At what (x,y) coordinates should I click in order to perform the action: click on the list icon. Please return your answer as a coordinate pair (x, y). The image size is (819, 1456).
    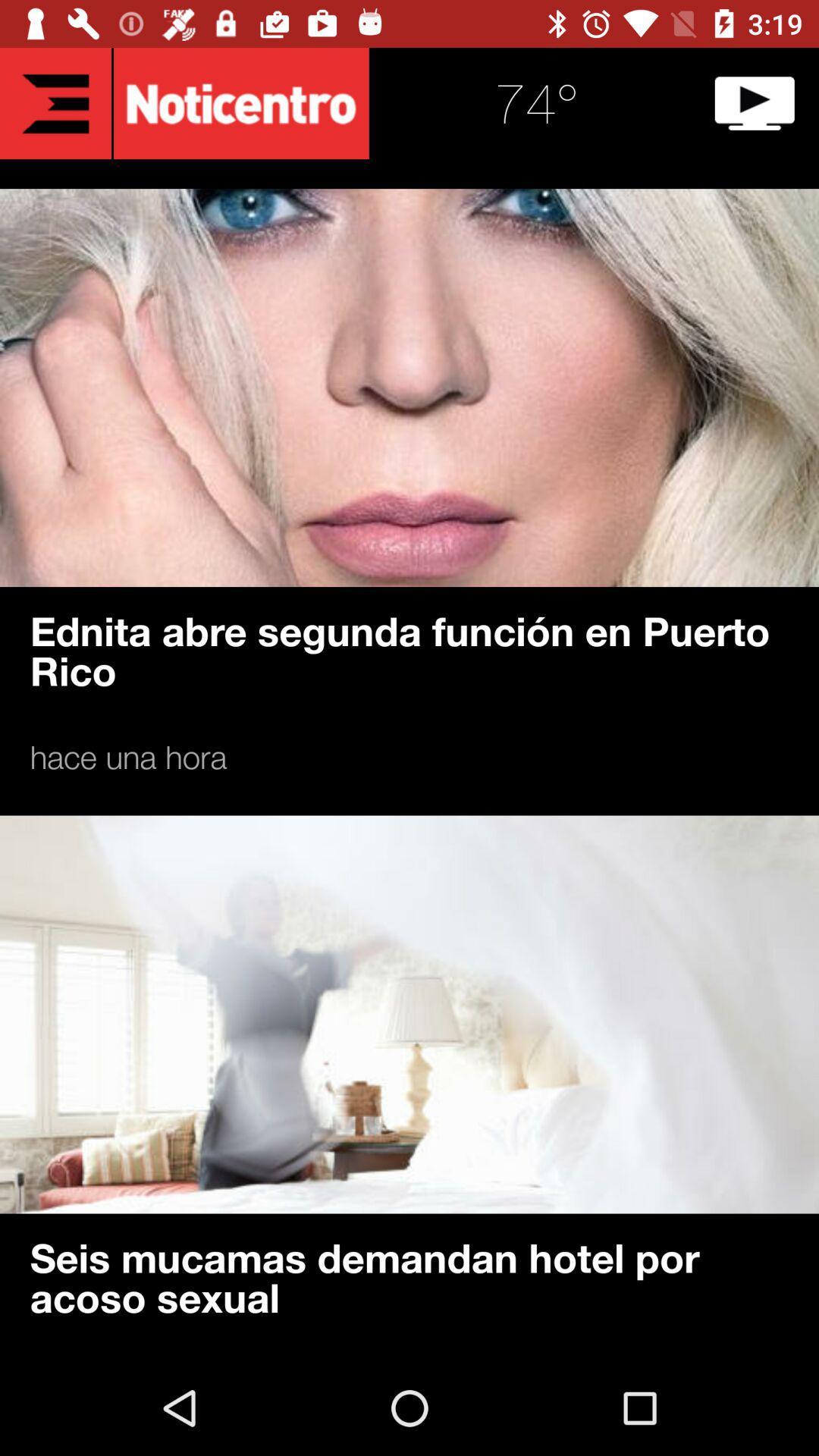
    Looking at the image, I should click on (55, 102).